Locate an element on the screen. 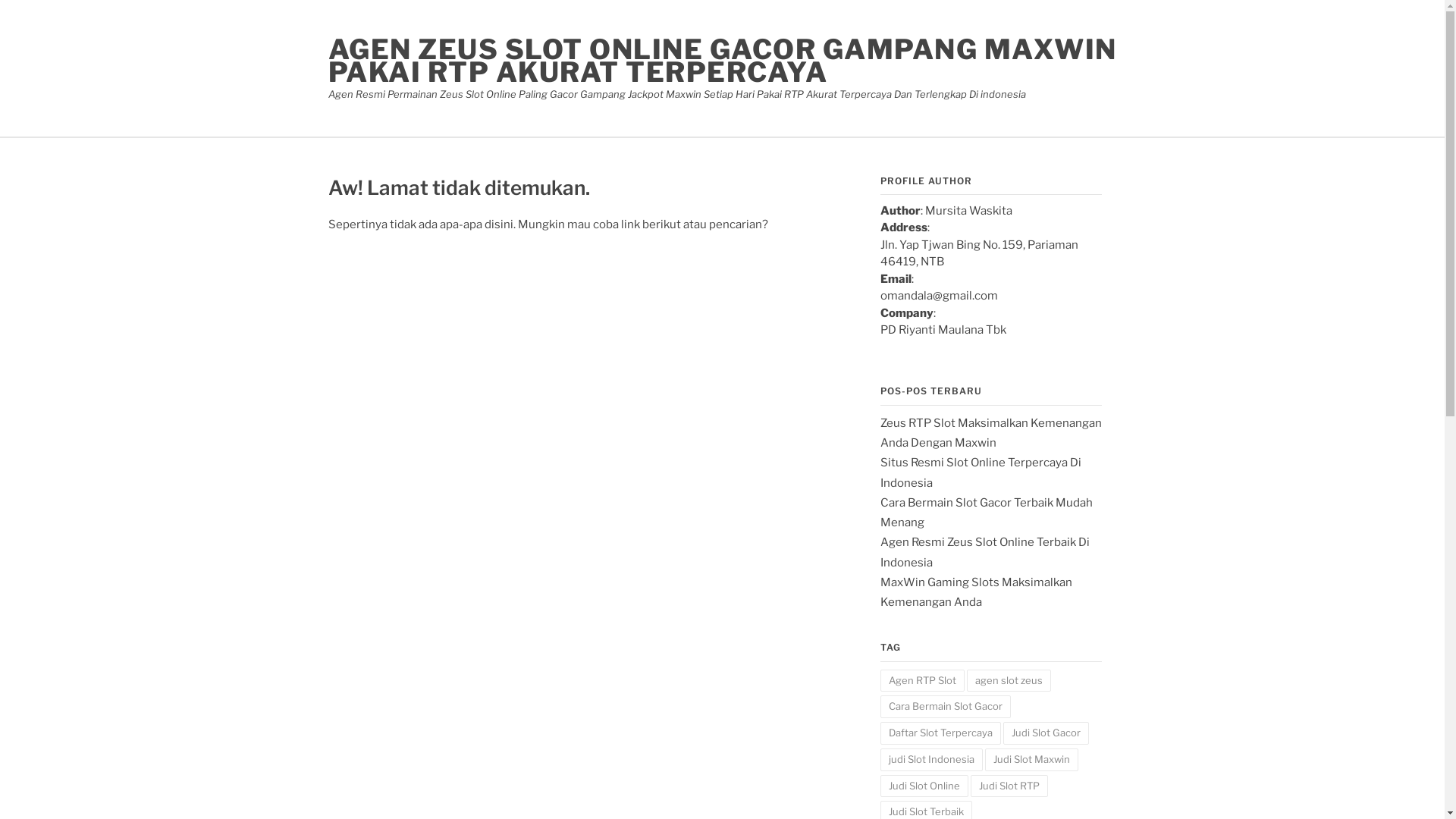 The image size is (1456, 819). 'Judi Slot Maxwin' is located at coordinates (1031, 760).